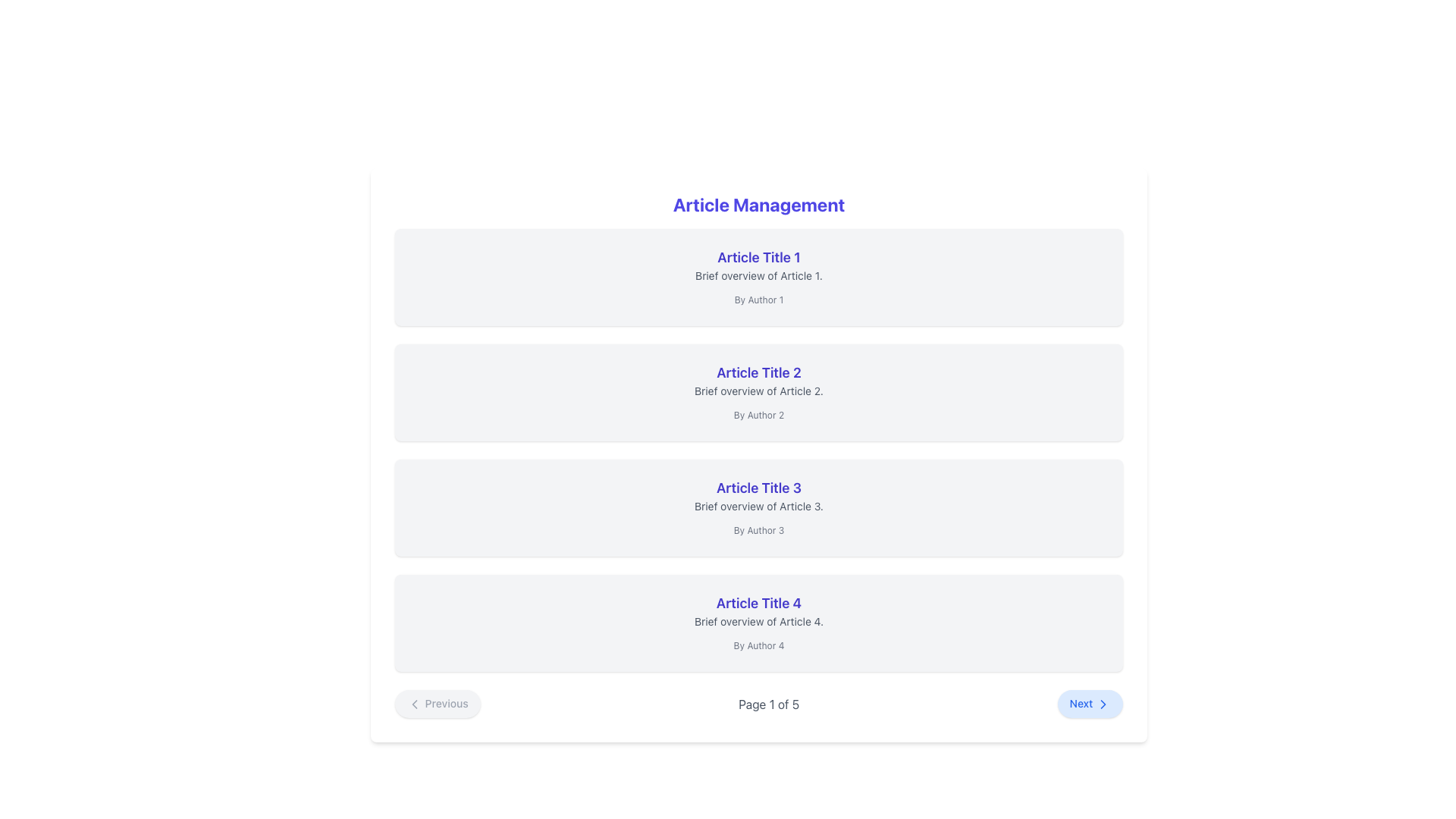  I want to click on the Text Label displaying the current page number and total number of pages, located between the 'Previous' and 'Next' buttons in the navigation bar, so click(769, 704).